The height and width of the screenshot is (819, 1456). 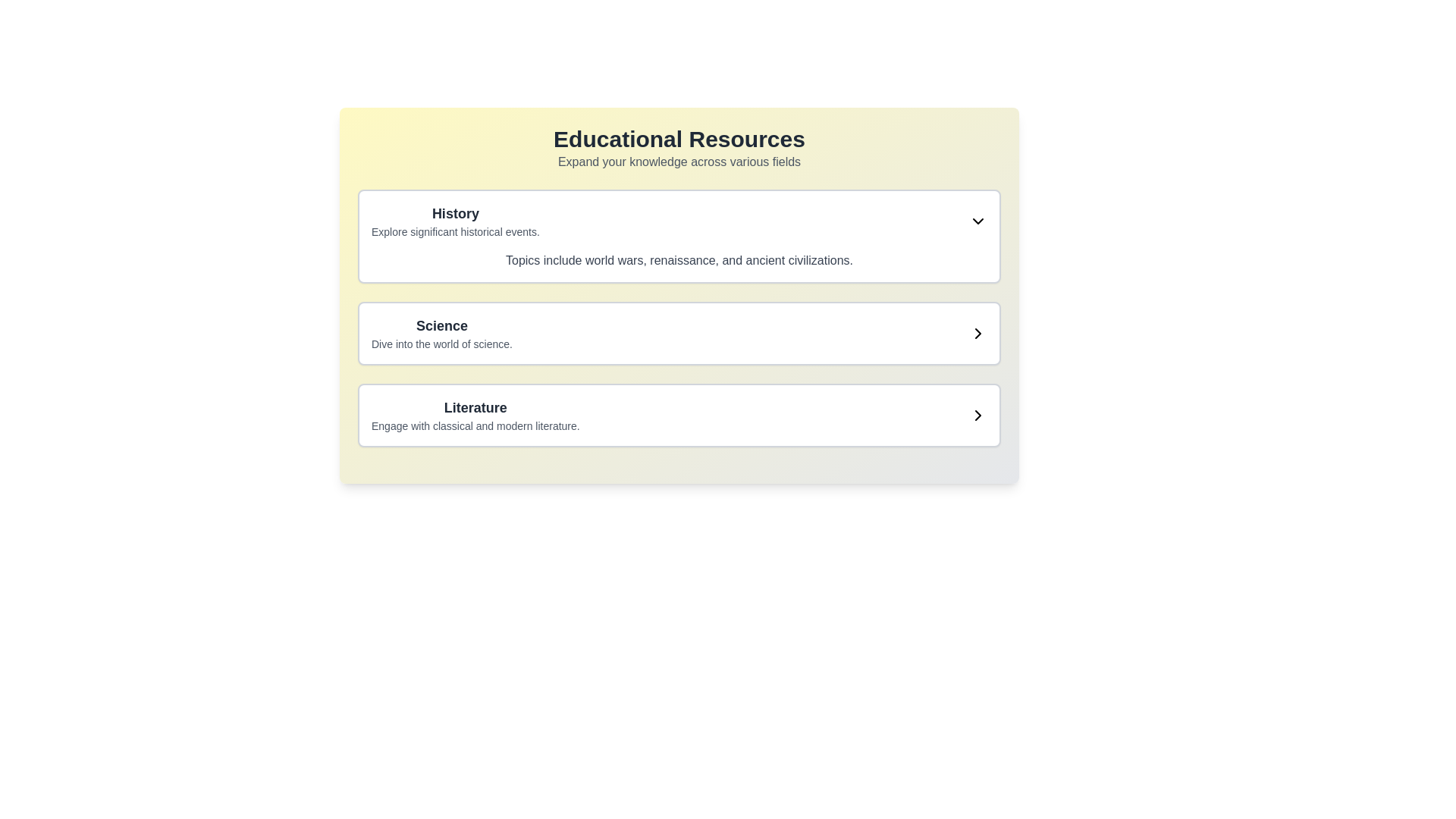 What do you see at coordinates (475, 426) in the screenshot?
I see `the static Text Label that provides descriptive information about the 'Literature' category, located below the 'Literature' title within the 'Educational Resources' section` at bounding box center [475, 426].